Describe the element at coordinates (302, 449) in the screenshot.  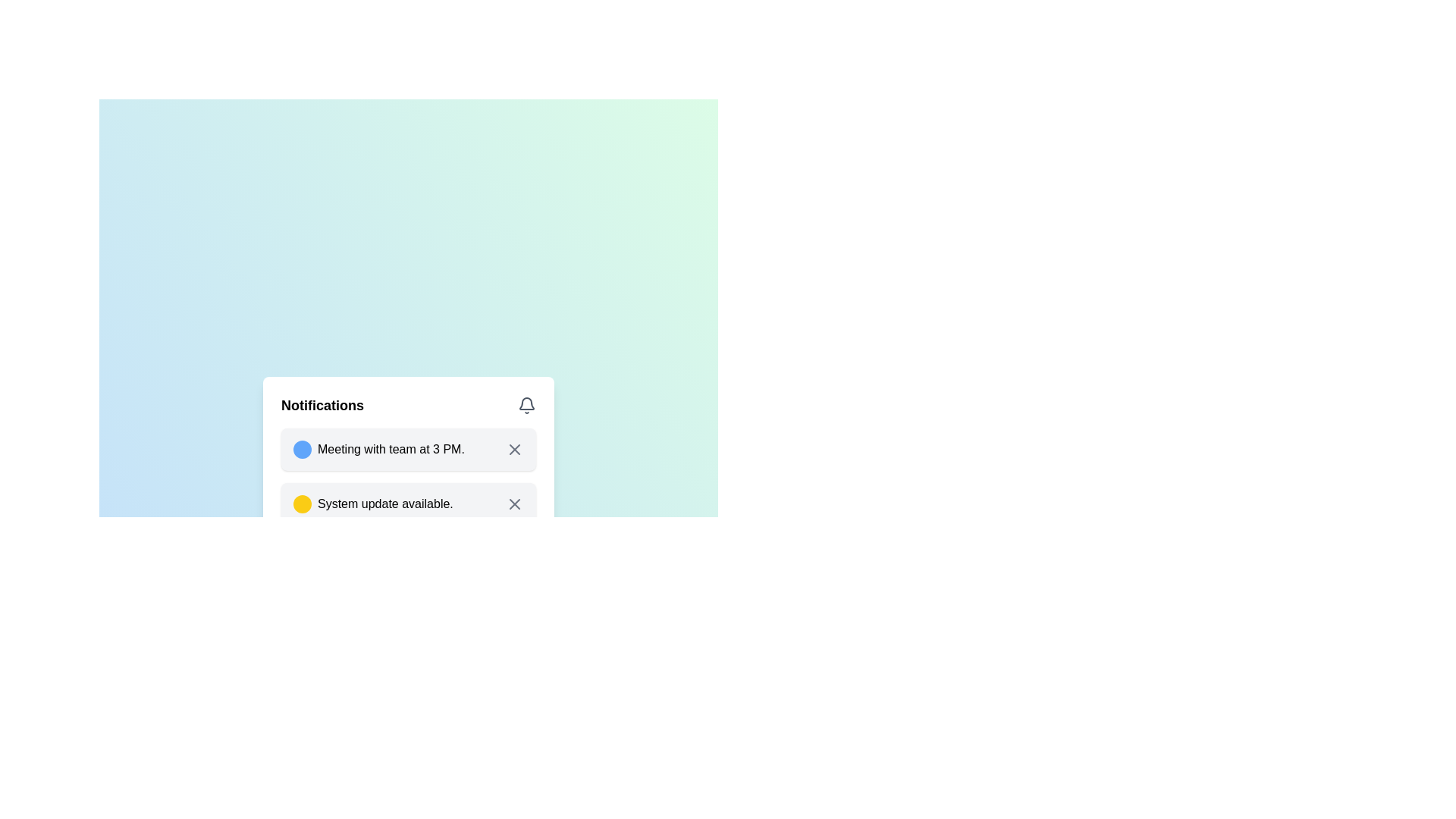
I see `the circular blue icon that is located to the left of the text 'Meeting with team at 3 PM.' in the notification panel` at that location.